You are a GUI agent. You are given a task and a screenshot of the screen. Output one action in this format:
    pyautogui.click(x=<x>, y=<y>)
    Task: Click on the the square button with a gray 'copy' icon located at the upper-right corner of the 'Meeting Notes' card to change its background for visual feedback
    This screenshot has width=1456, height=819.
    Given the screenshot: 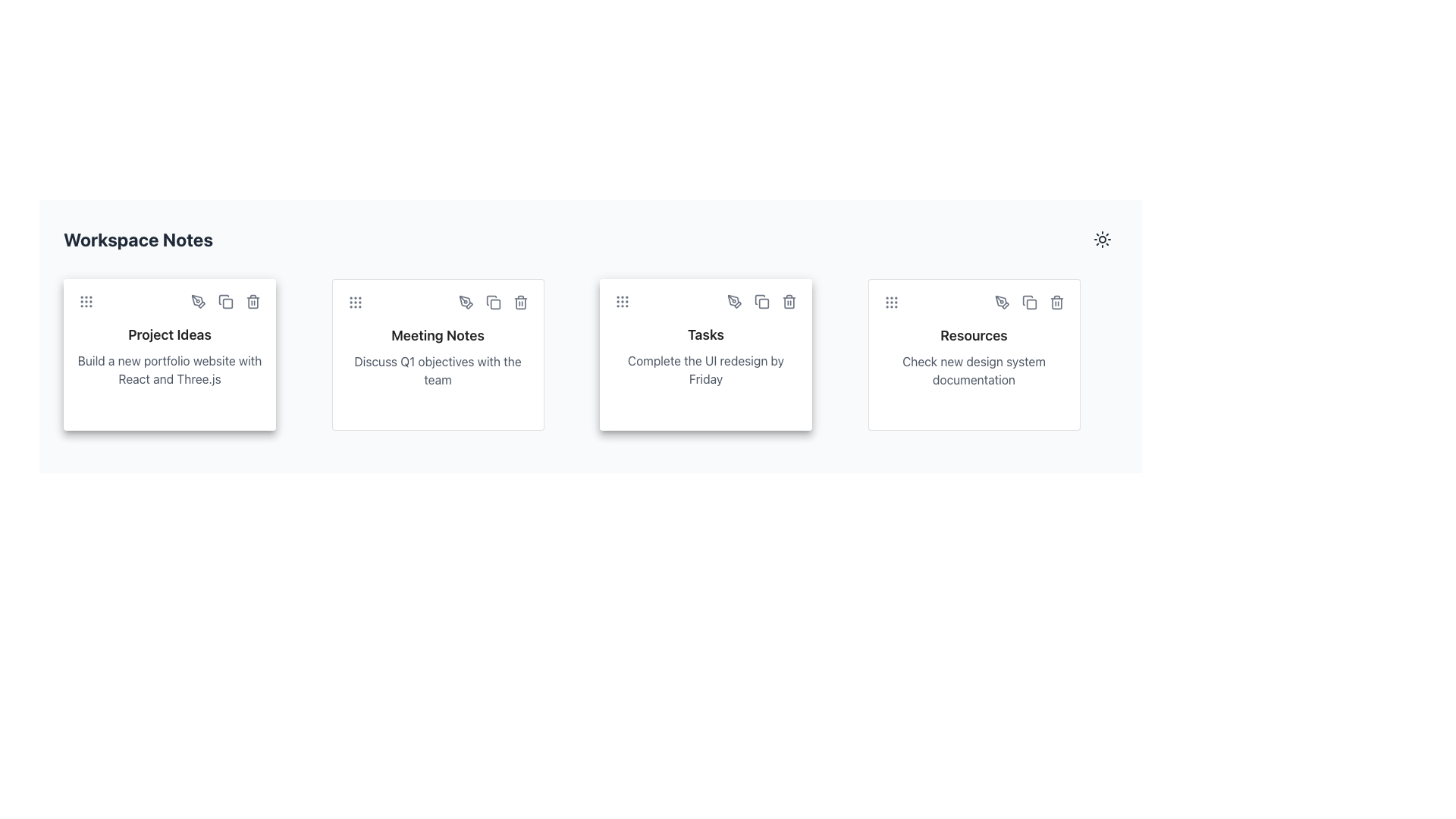 What is the action you would take?
    pyautogui.click(x=493, y=302)
    